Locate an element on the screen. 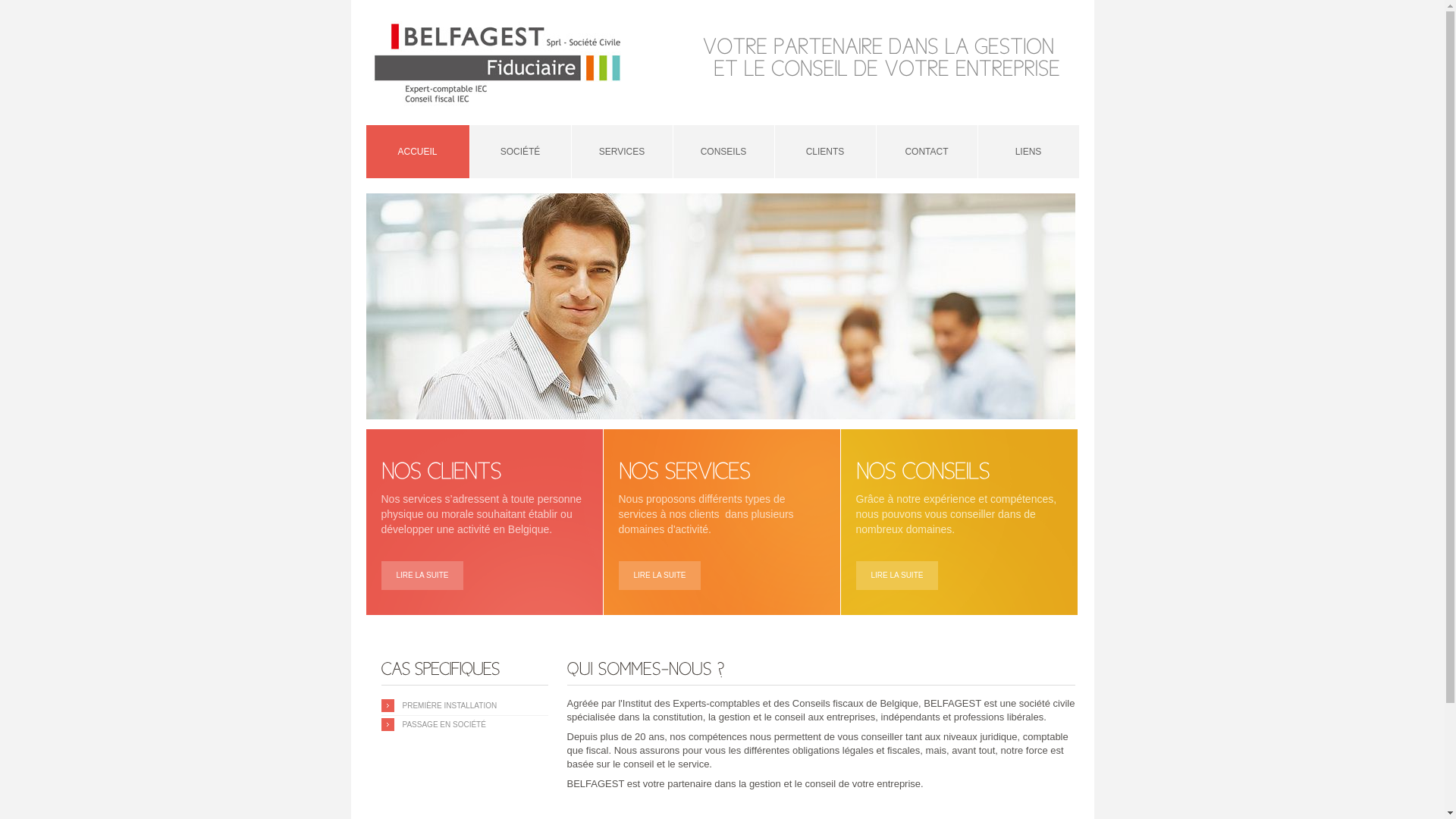 This screenshot has height=819, width=1456. 'ACCUEIL' is located at coordinates (417, 152).